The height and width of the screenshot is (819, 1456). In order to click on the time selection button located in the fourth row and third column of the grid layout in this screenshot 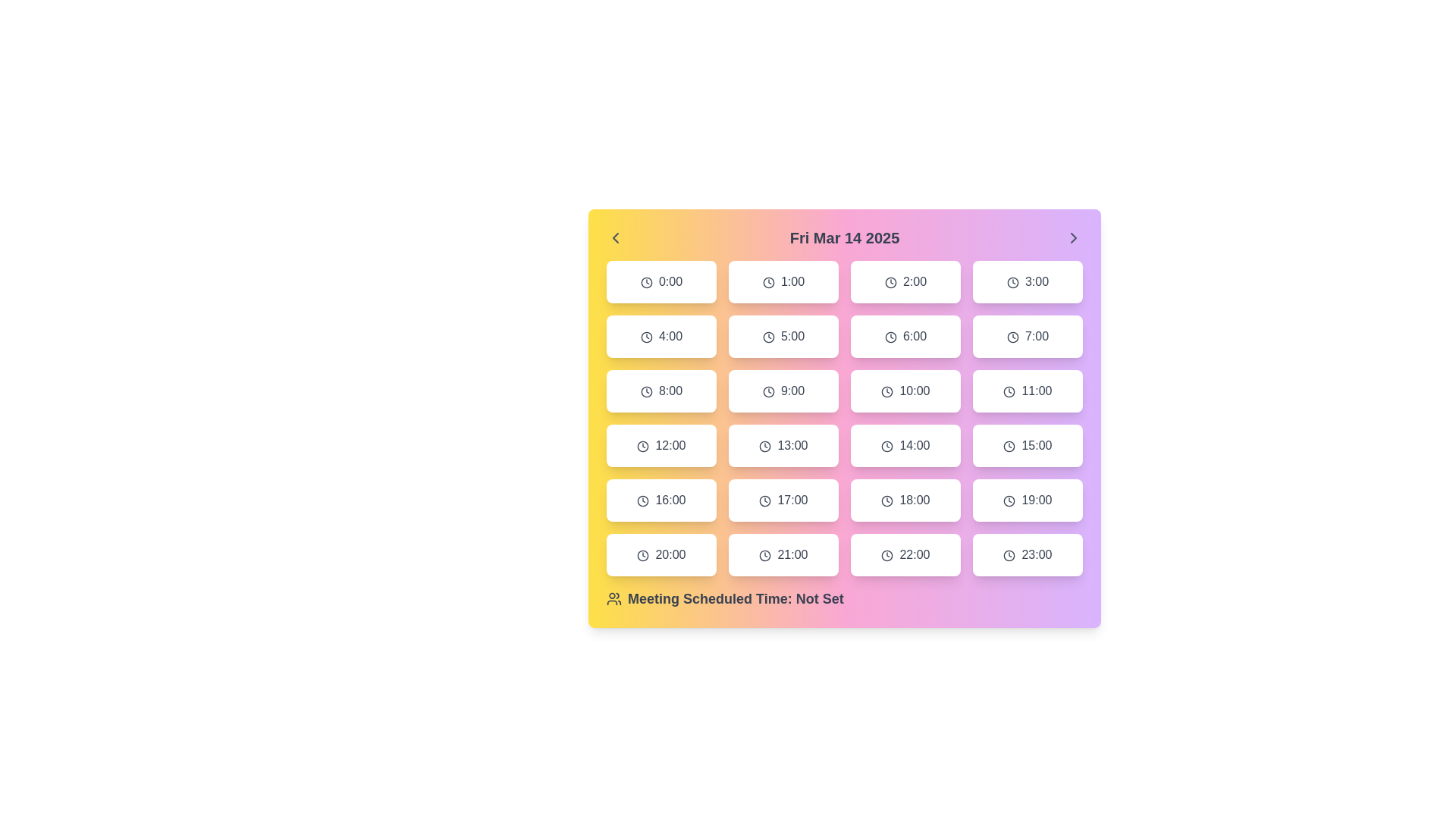, I will do `click(905, 500)`.